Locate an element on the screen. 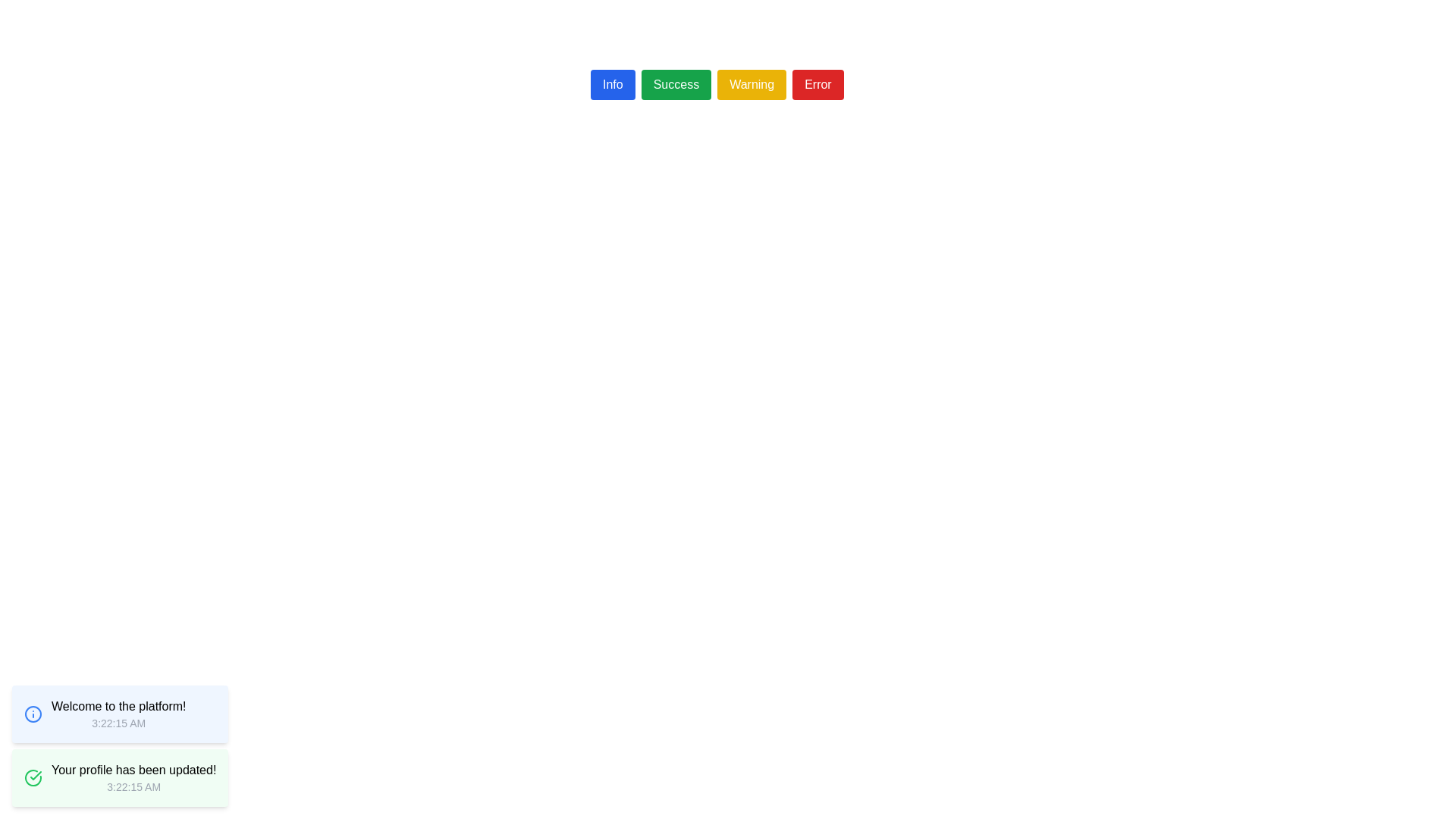 The image size is (1456, 819). timestamp text label displaying '3:22:15 AM' located at the bottom of the notification card with the message 'Welcome to the platform!' is located at coordinates (118, 722).